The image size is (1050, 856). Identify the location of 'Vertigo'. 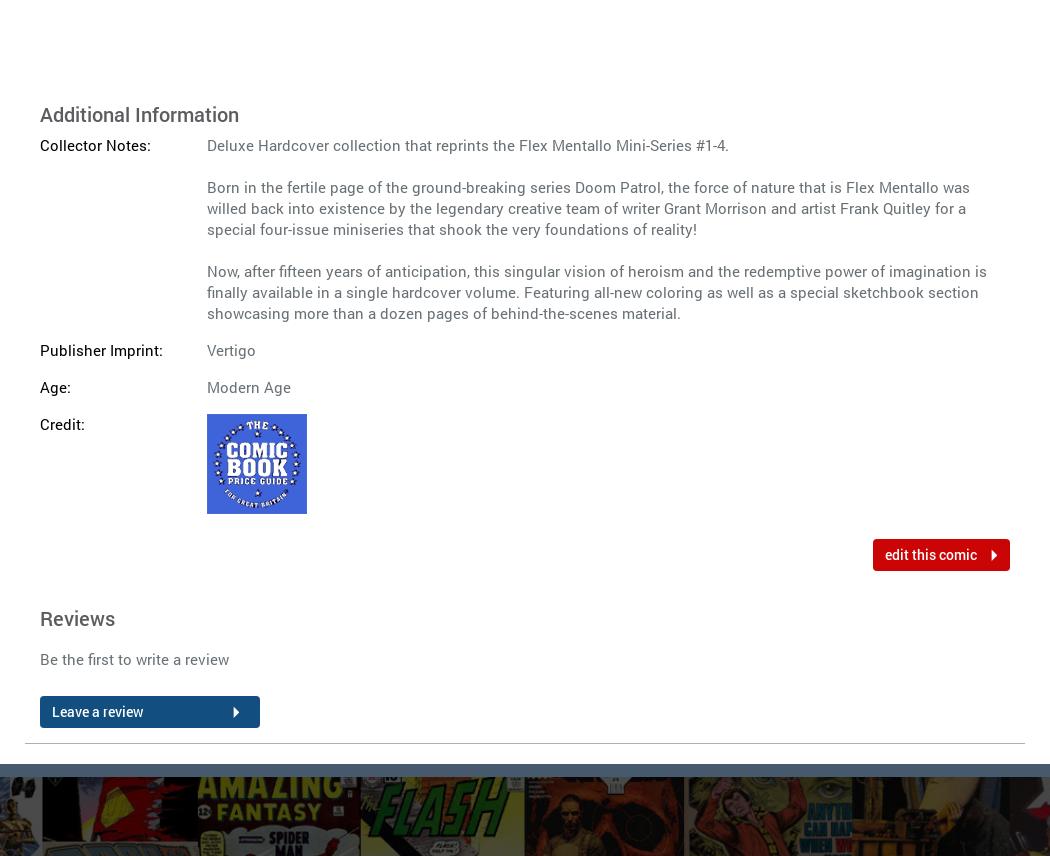
(230, 349).